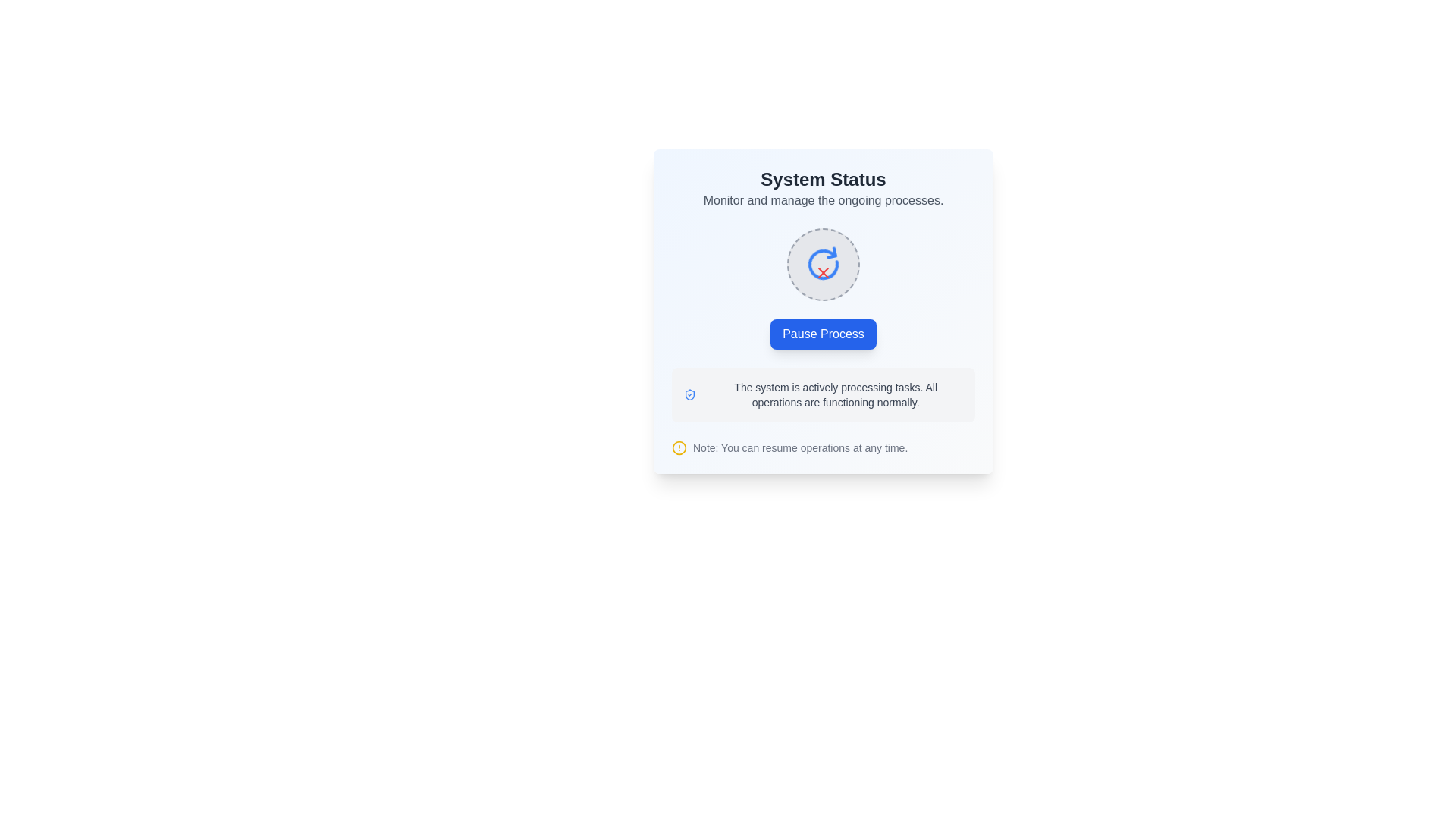  Describe the element at coordinates (822, 447) in the screenshot. I see `the informational text with the alert icon that displays the note 'Note: You can resume operations at any time.'` at that location.